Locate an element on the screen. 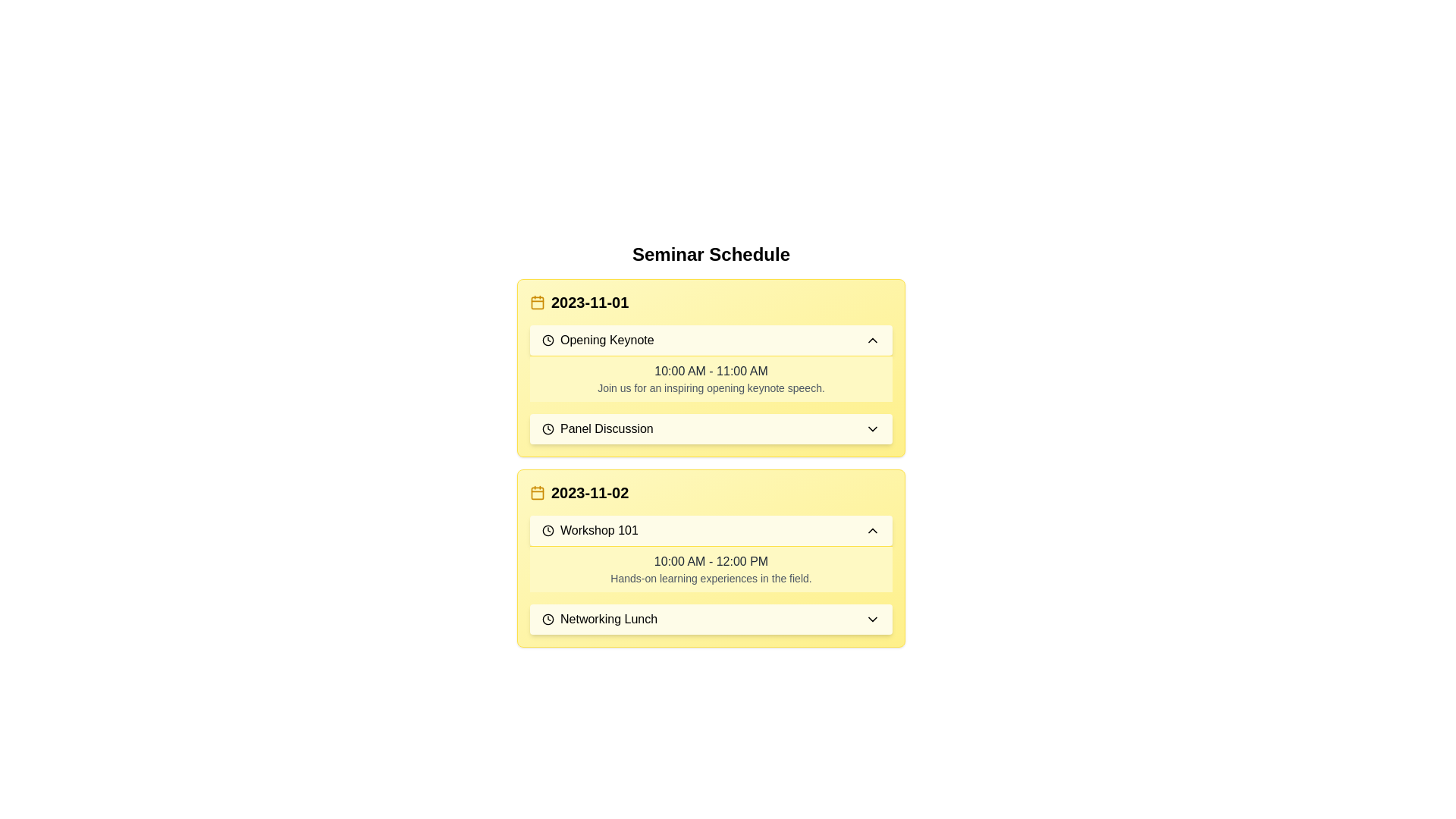  the 'Networking Lunch' event icon-label pair located within the yellow card under the section for the date '2023-11-02', positioned below 'Workshop 101' is located at coordinates (599, 620).